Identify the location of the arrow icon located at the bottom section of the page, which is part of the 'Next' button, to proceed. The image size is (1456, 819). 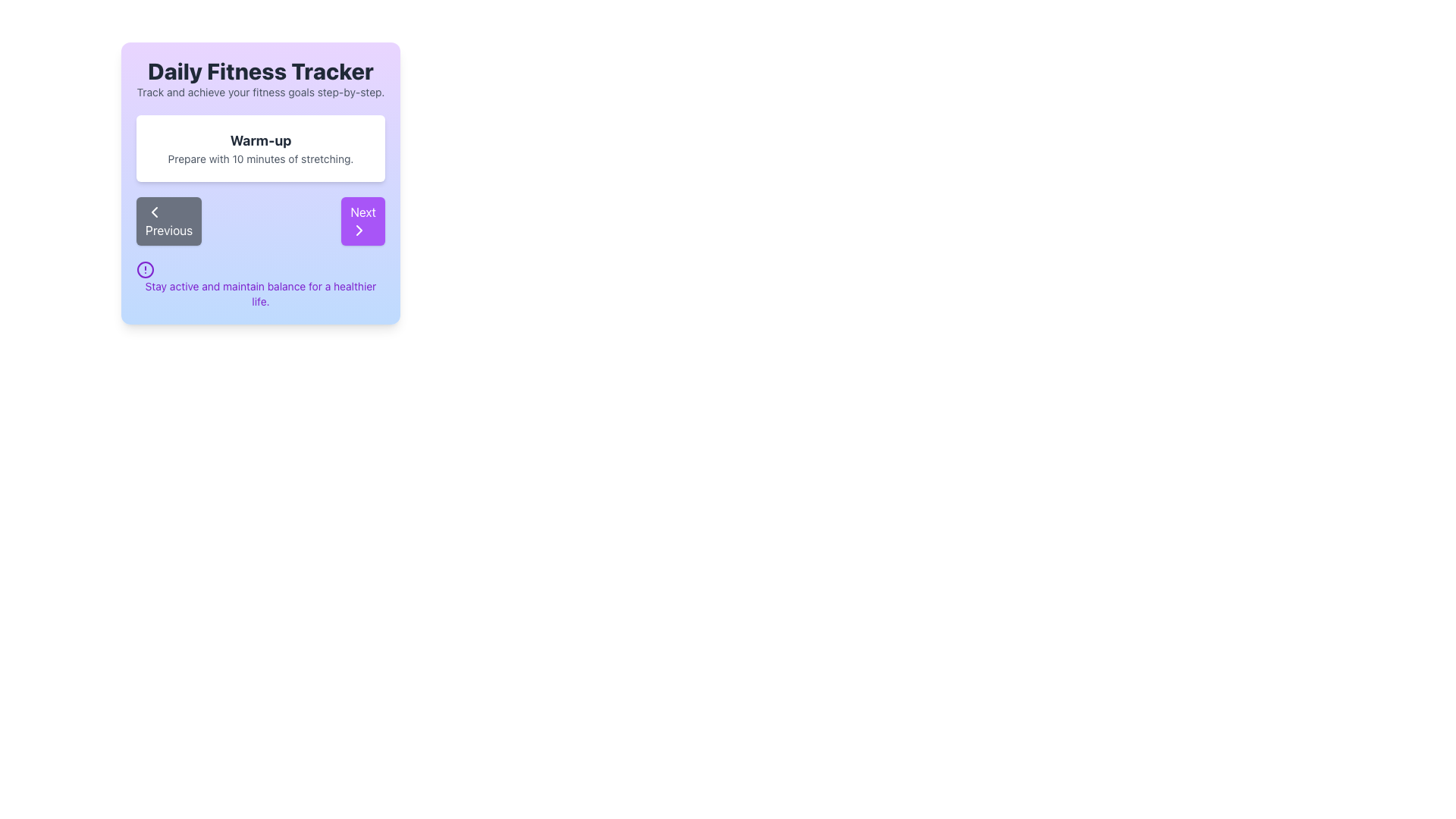
(359, 231).